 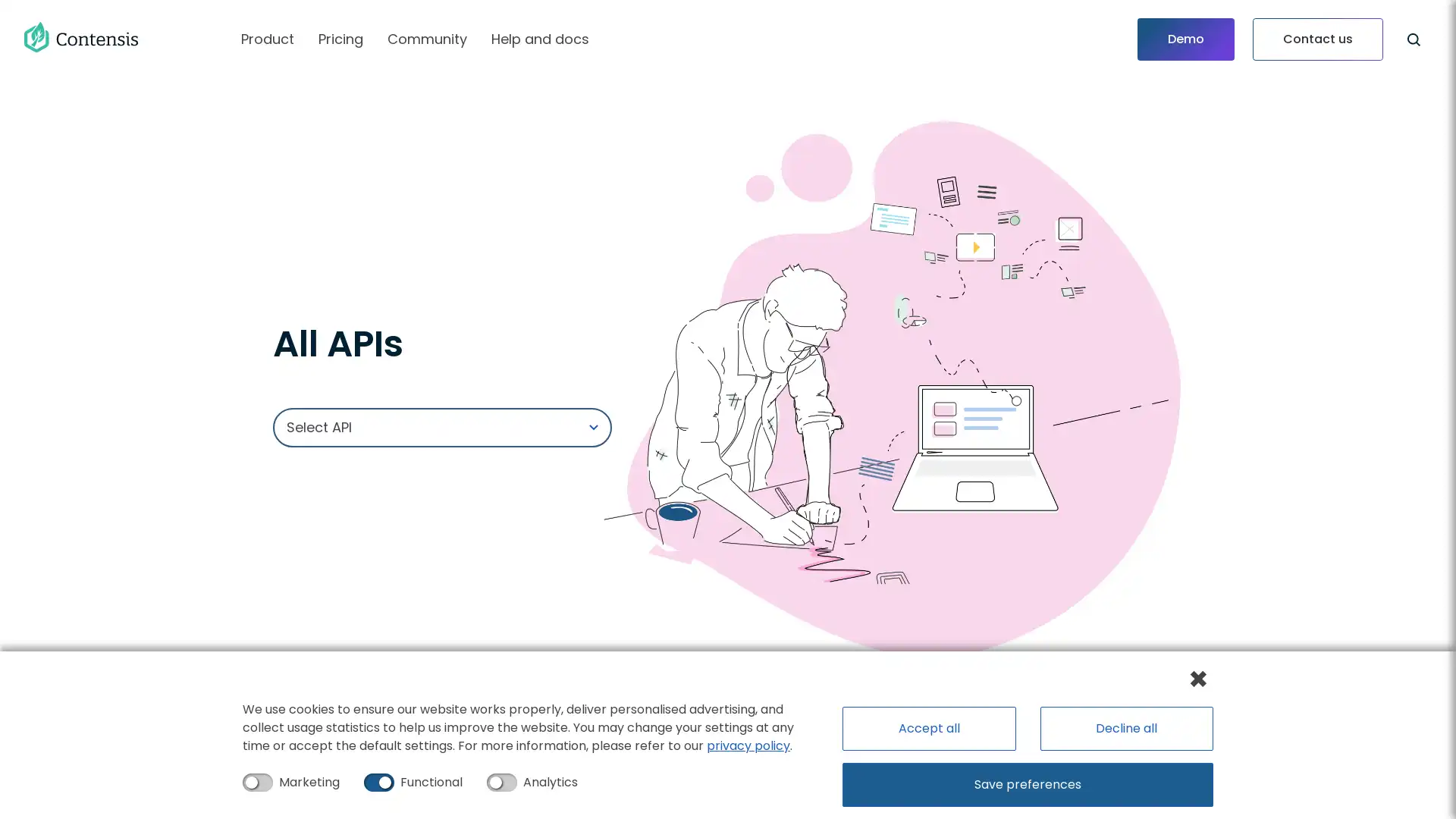 I want to click on Select API, so click(x=441, y=427).